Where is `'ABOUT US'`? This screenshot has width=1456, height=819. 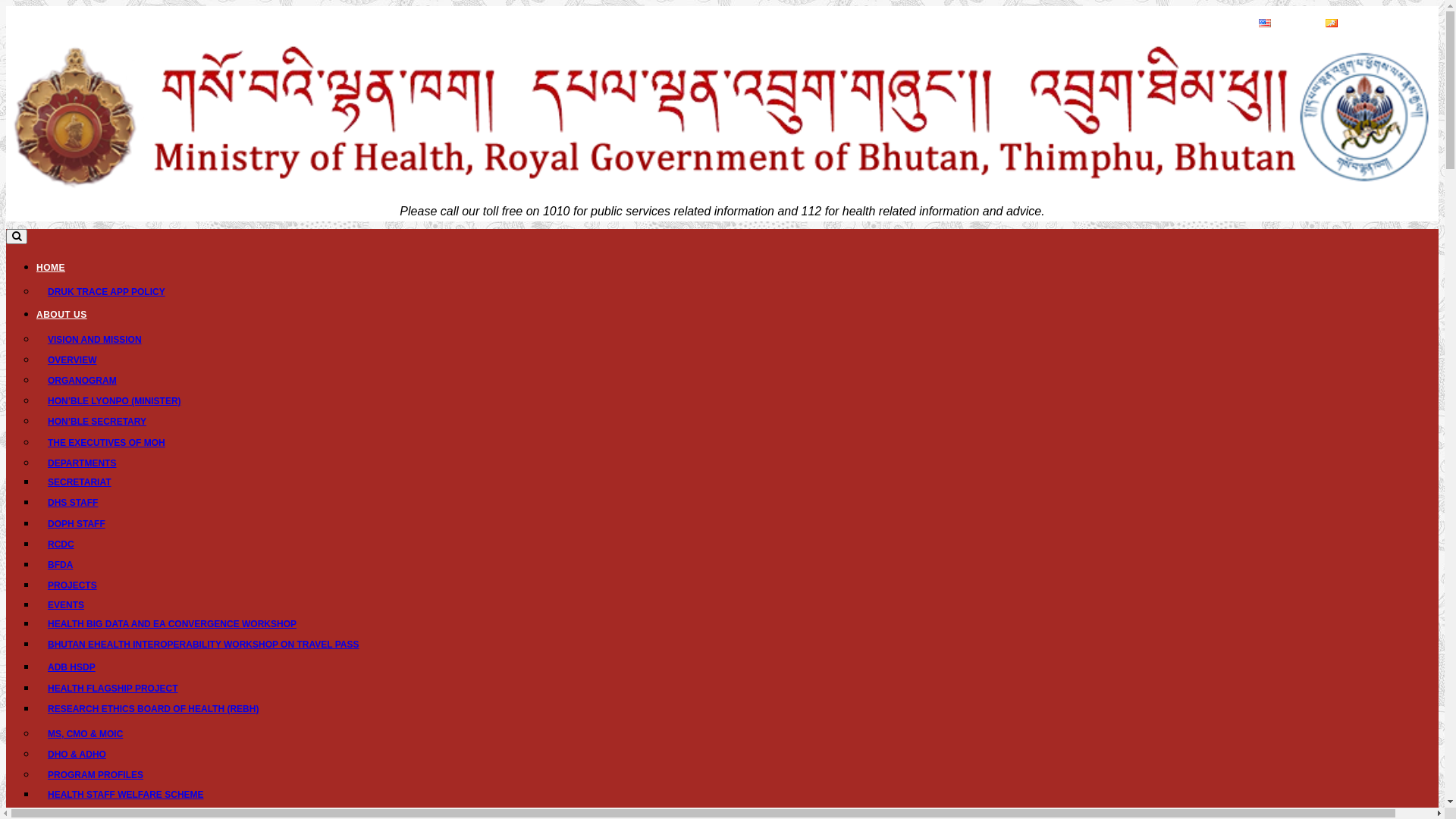
'ABOUT US' is located at coordinates (61, 314).